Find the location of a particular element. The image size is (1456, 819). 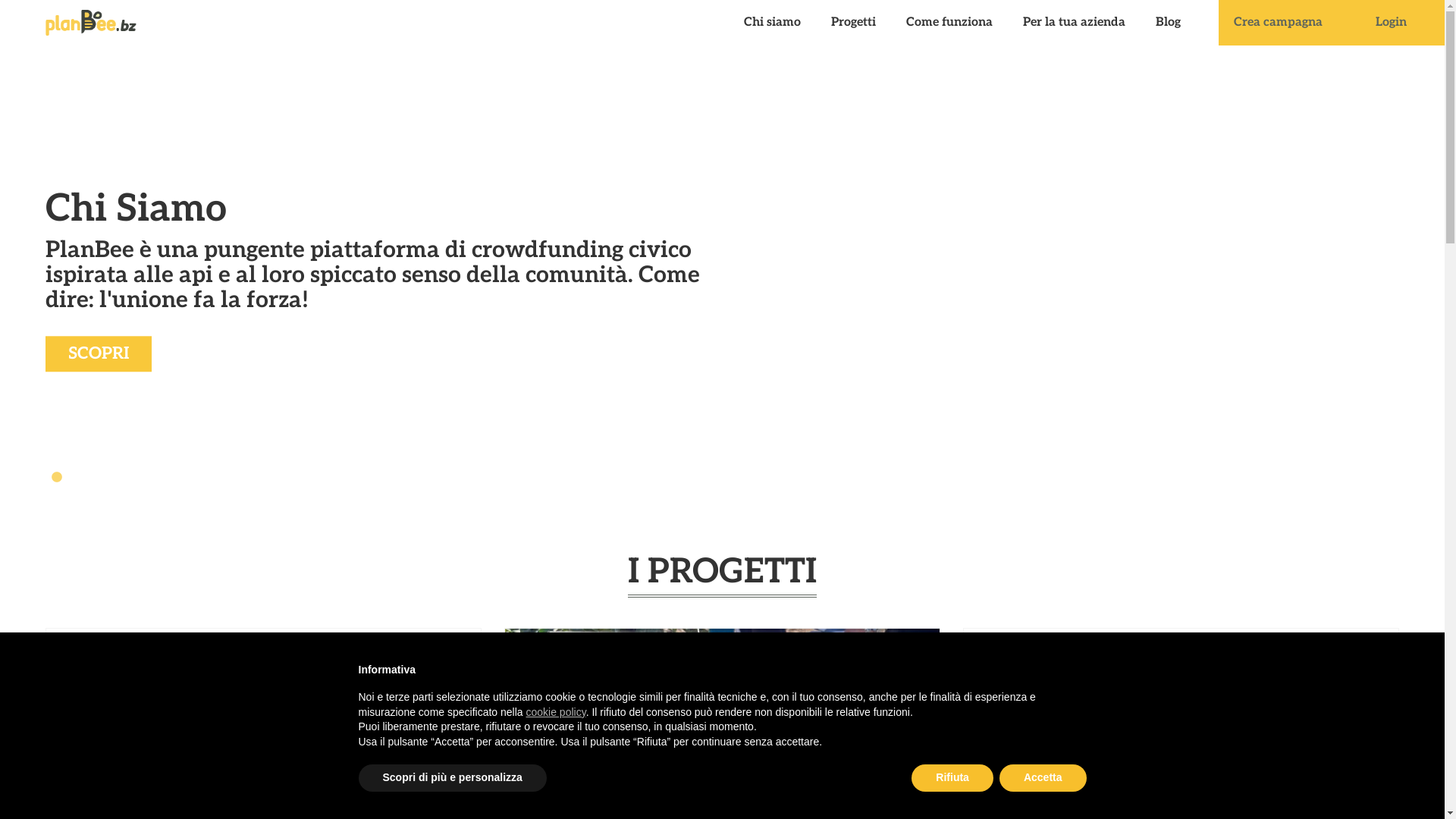

'Per la tua azienda' is located at coordinates (1073, 23).